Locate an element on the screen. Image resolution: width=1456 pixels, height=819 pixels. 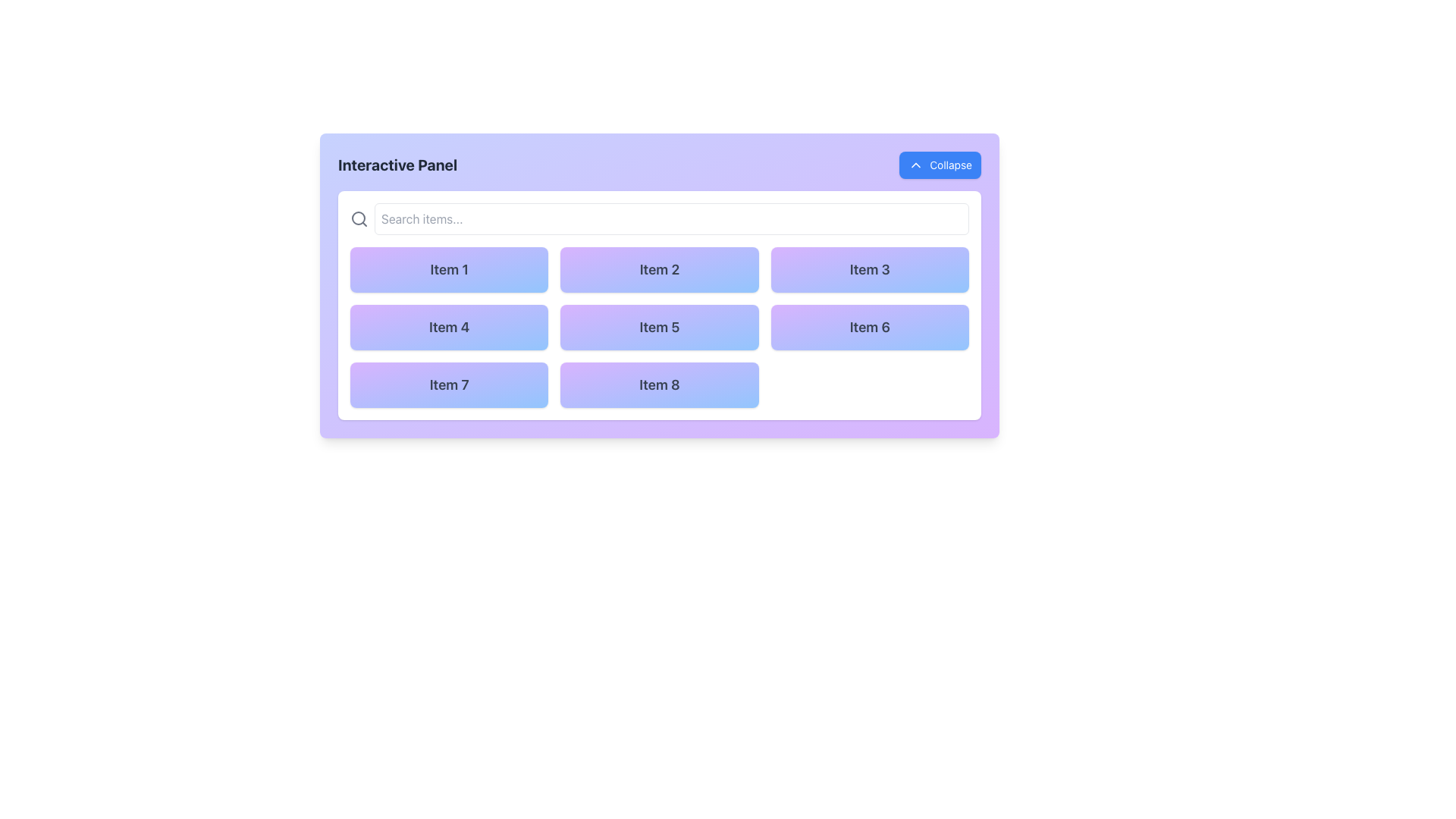
text from the bold label displaying 'Item 8' within the eighth button of the grid layout is located at coordinates (659, 384).